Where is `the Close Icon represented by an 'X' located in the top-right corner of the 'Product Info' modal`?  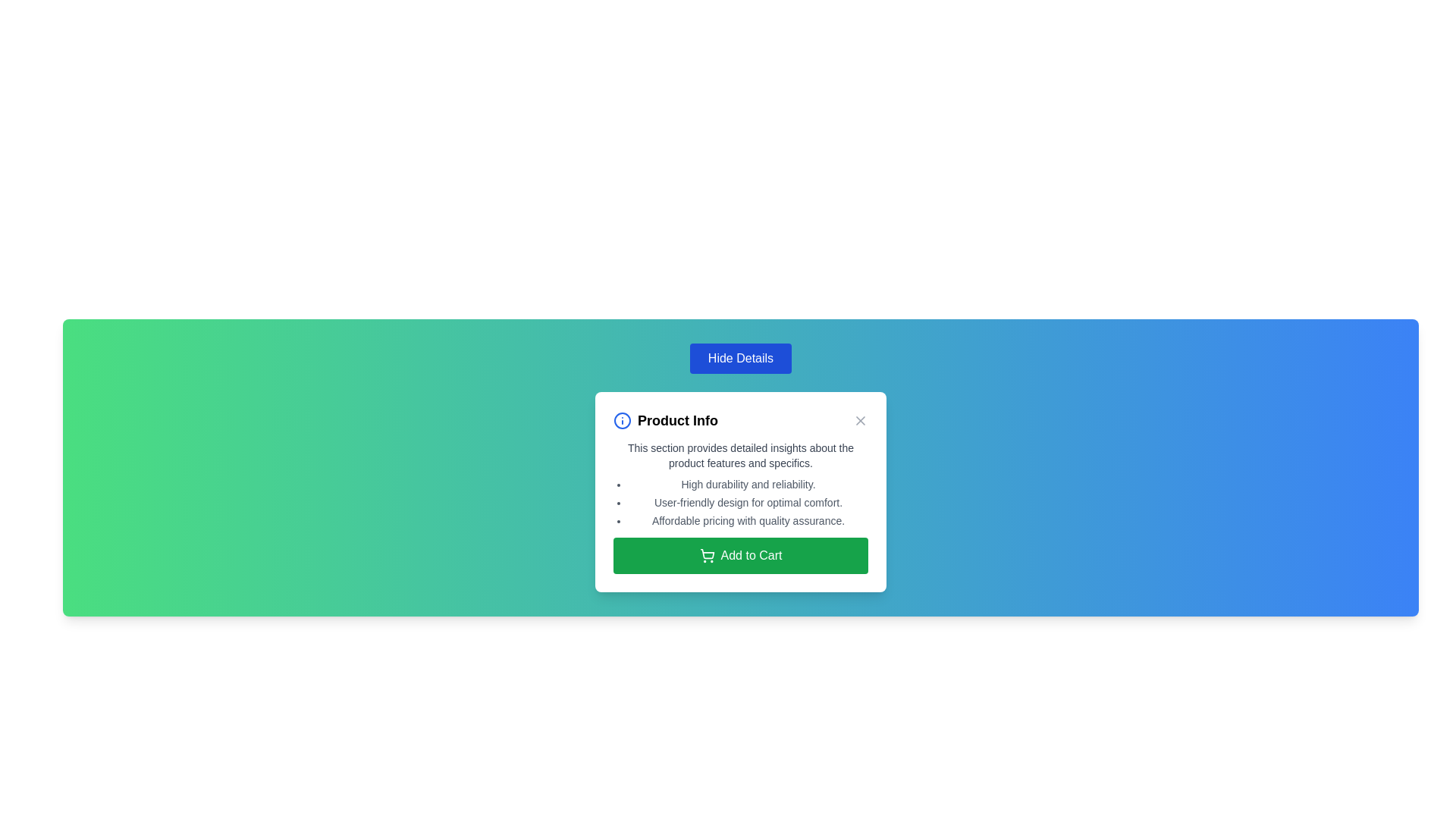 the Close Icon represented by an 'X' located in the top-right corner of the 'Product Info' modal is located at coordinates (860, 421).